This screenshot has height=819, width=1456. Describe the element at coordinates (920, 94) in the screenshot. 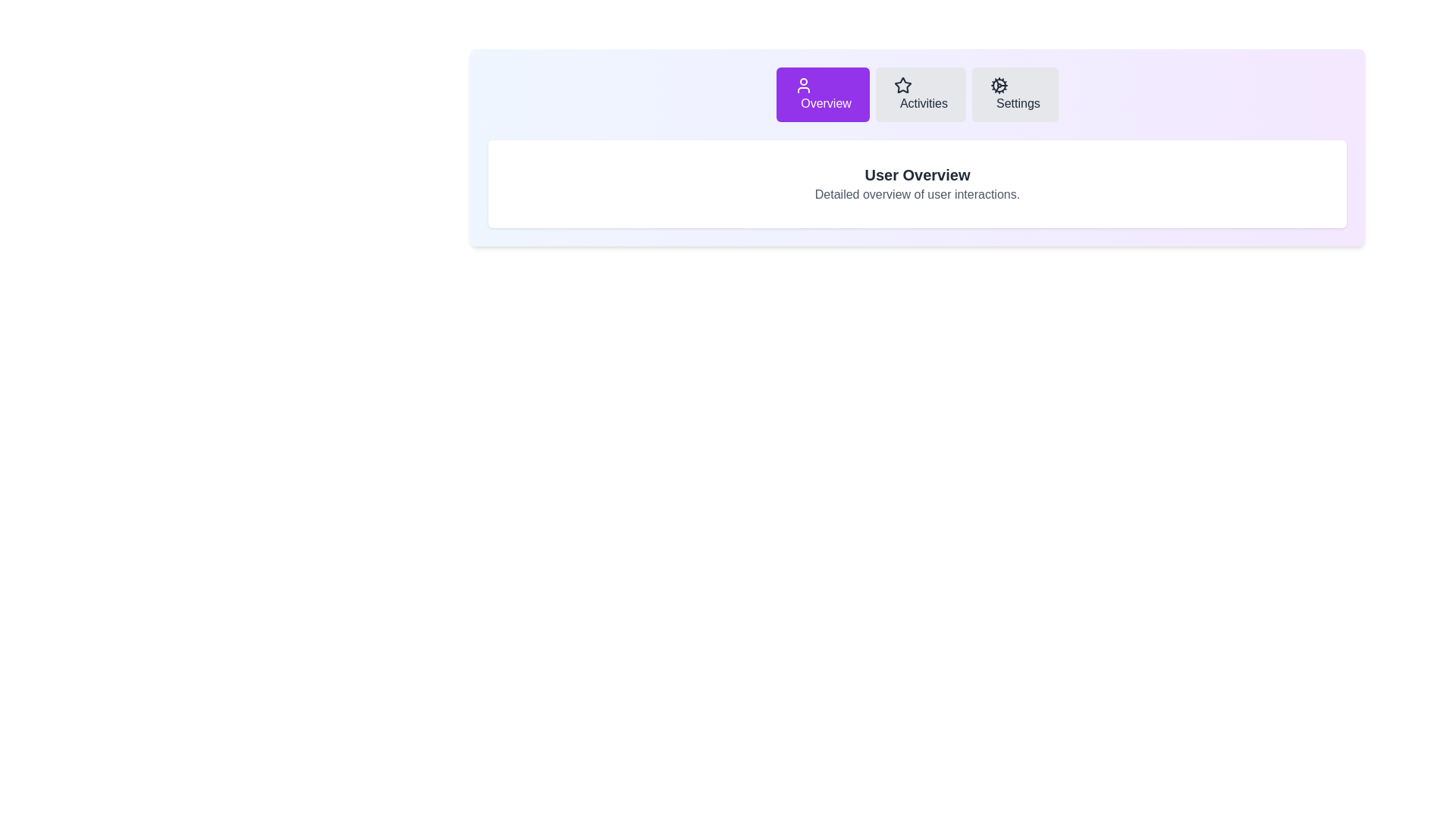

I see `the 'Activities' button, which is the second button in a horizontal navigation bar, featuring a star-shaped icon and a light-gray background` at that location.